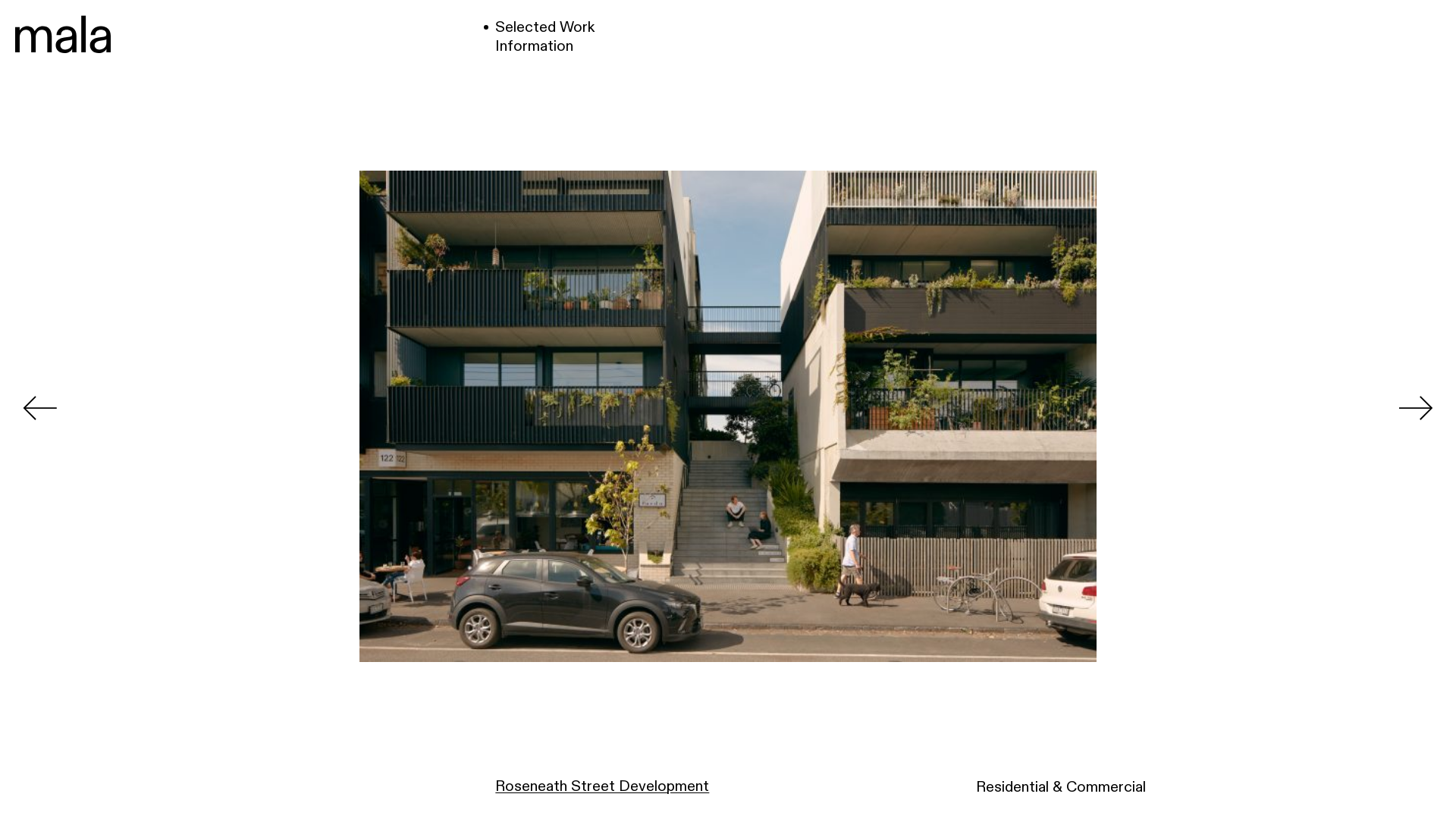 Image resolution: width=1456 pixels, height=819 pixels. I want to click on 'Mala', so click(61, 35).